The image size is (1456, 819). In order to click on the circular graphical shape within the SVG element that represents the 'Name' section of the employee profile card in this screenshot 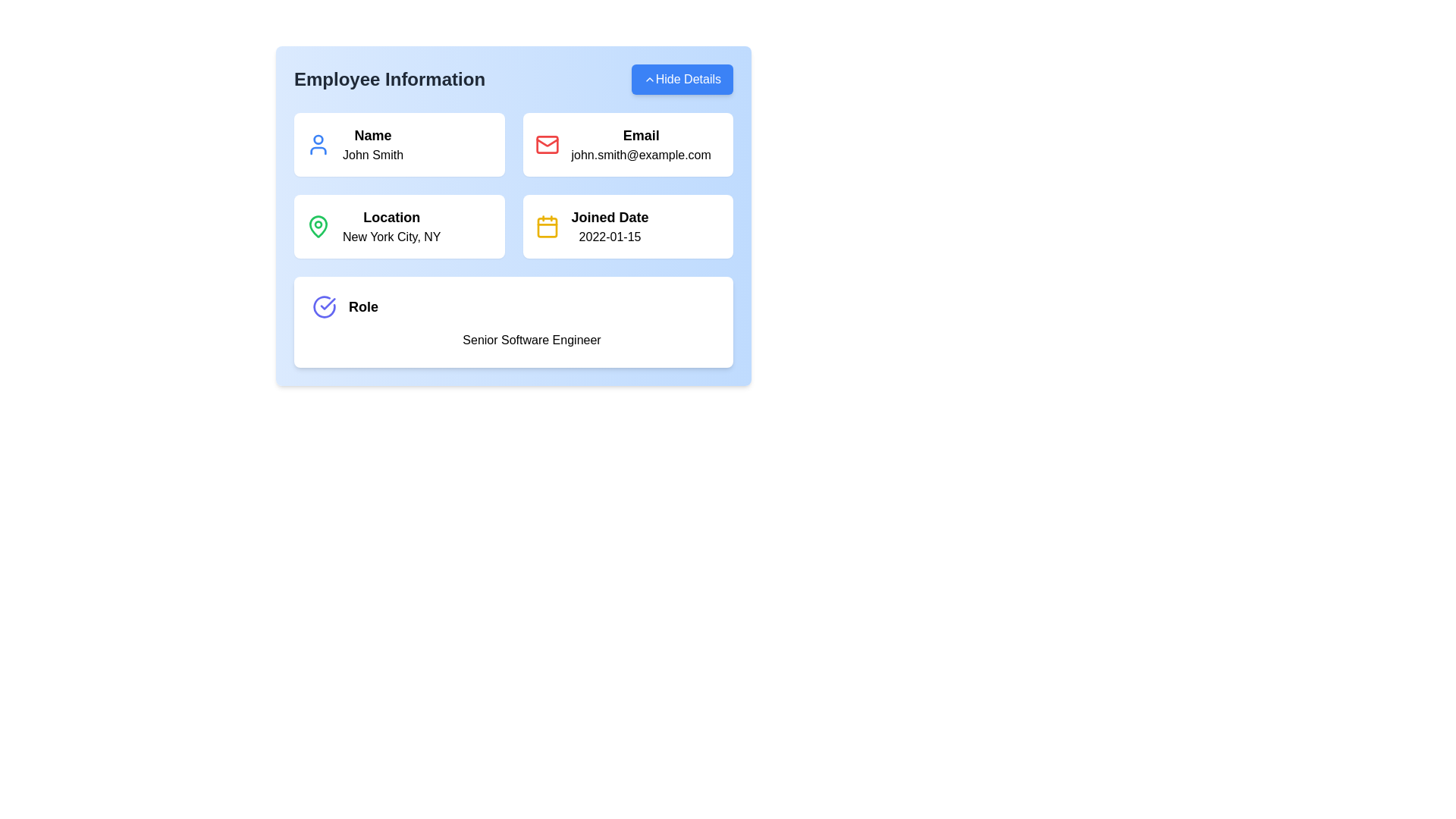, I will do `click(318, 140)`.